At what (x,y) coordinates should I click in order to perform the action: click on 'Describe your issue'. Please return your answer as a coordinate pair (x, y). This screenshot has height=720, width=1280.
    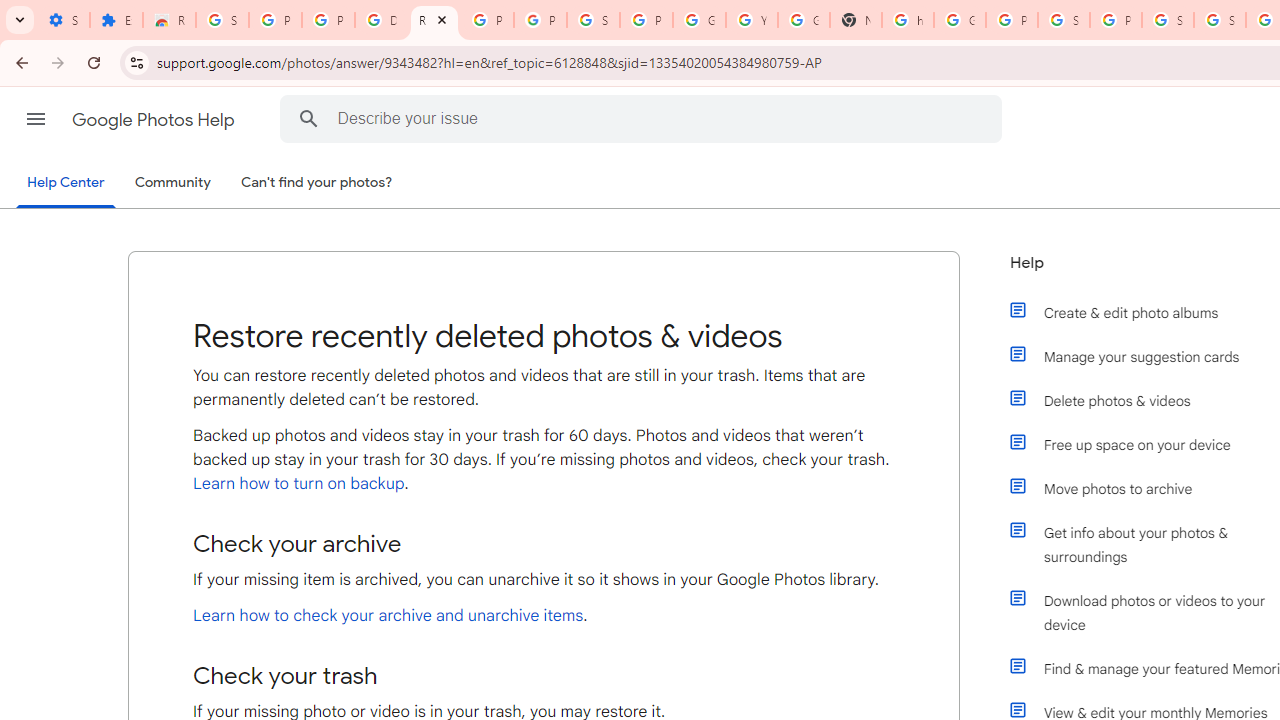
    Looking at the image, I should click on (645, 118).